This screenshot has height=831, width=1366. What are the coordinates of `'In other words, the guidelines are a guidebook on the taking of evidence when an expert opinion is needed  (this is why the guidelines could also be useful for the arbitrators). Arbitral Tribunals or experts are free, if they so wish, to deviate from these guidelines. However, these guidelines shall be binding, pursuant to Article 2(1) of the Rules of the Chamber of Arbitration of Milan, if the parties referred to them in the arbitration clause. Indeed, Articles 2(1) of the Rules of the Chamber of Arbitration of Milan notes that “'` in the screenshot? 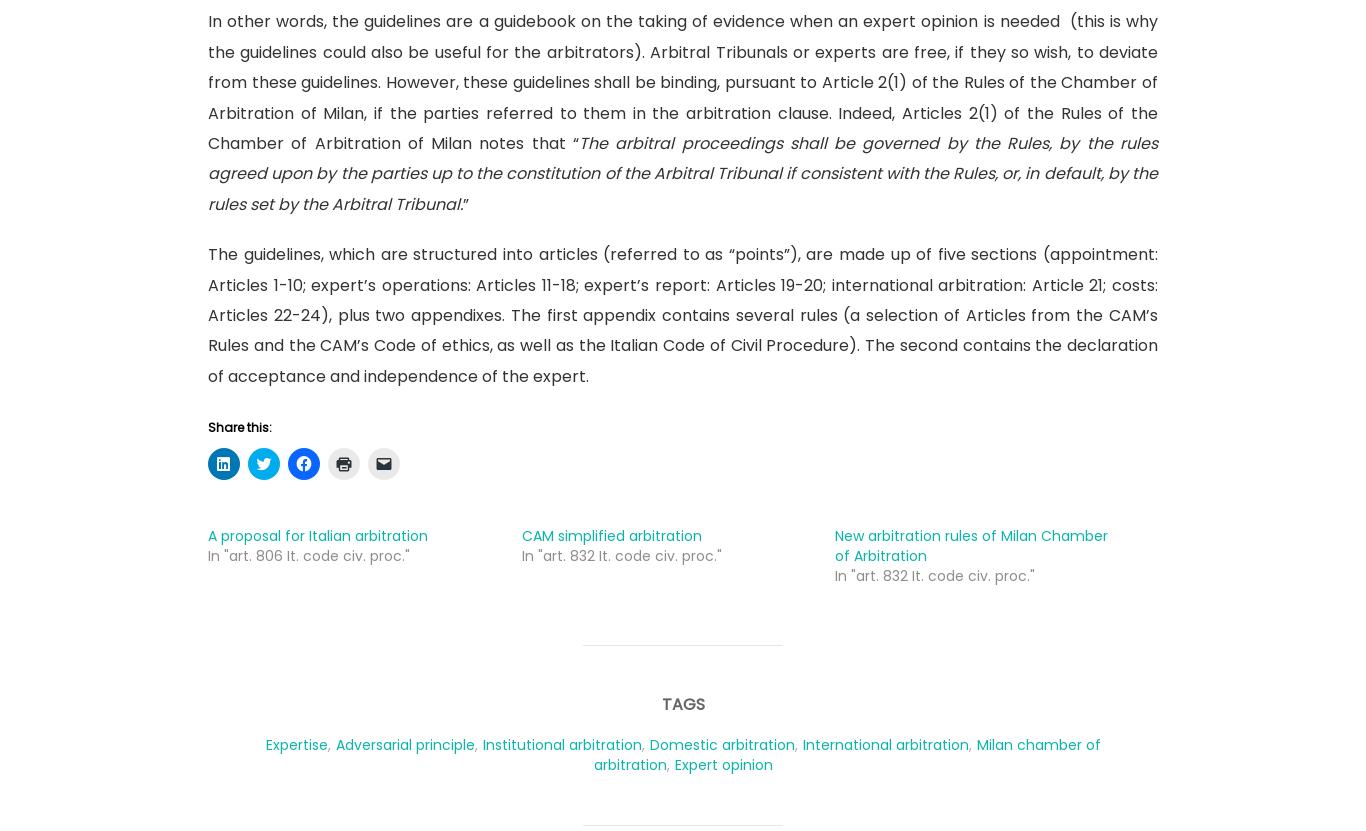 It's located at (683, 81).